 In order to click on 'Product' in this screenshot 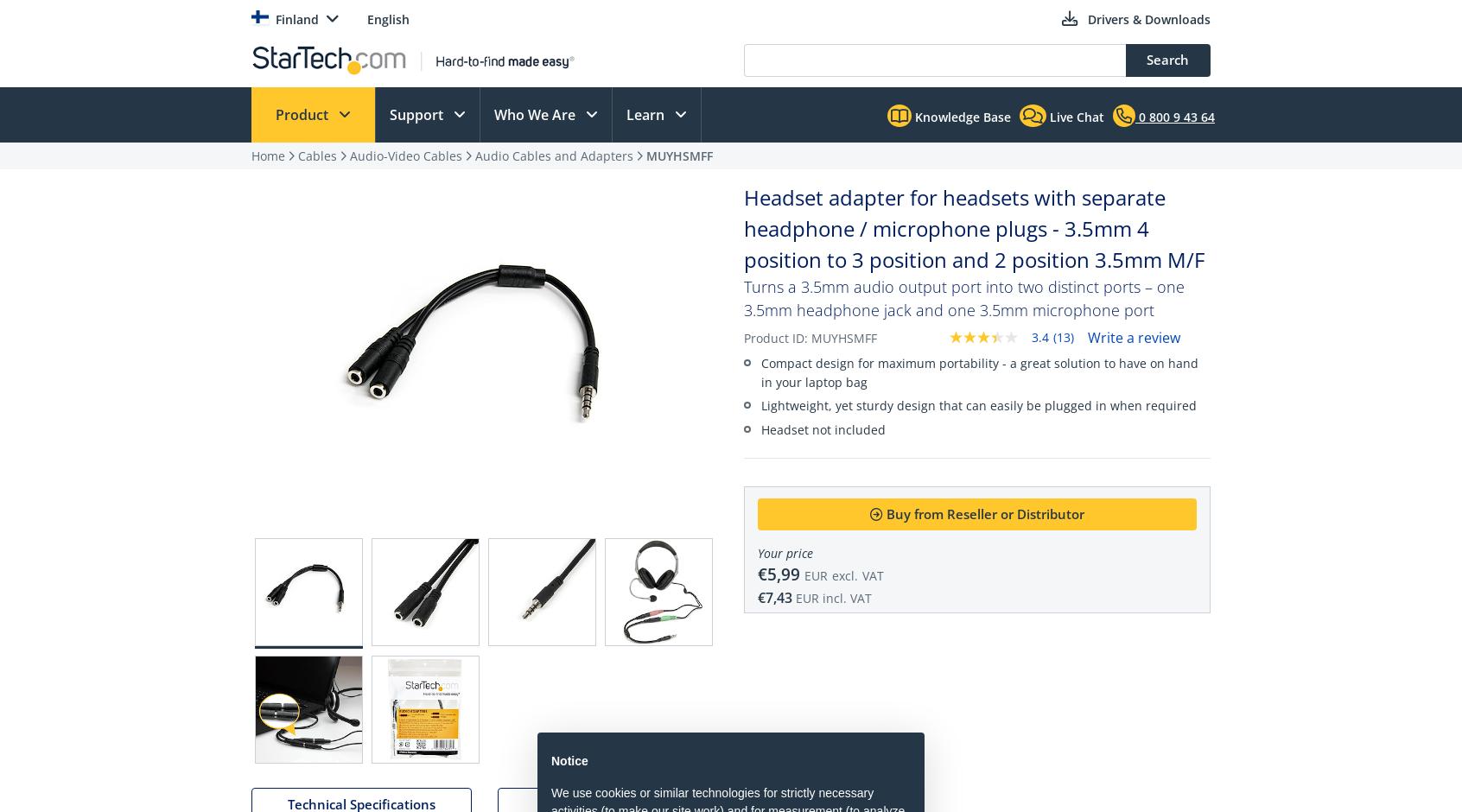, I will do `click(274, 114)`.